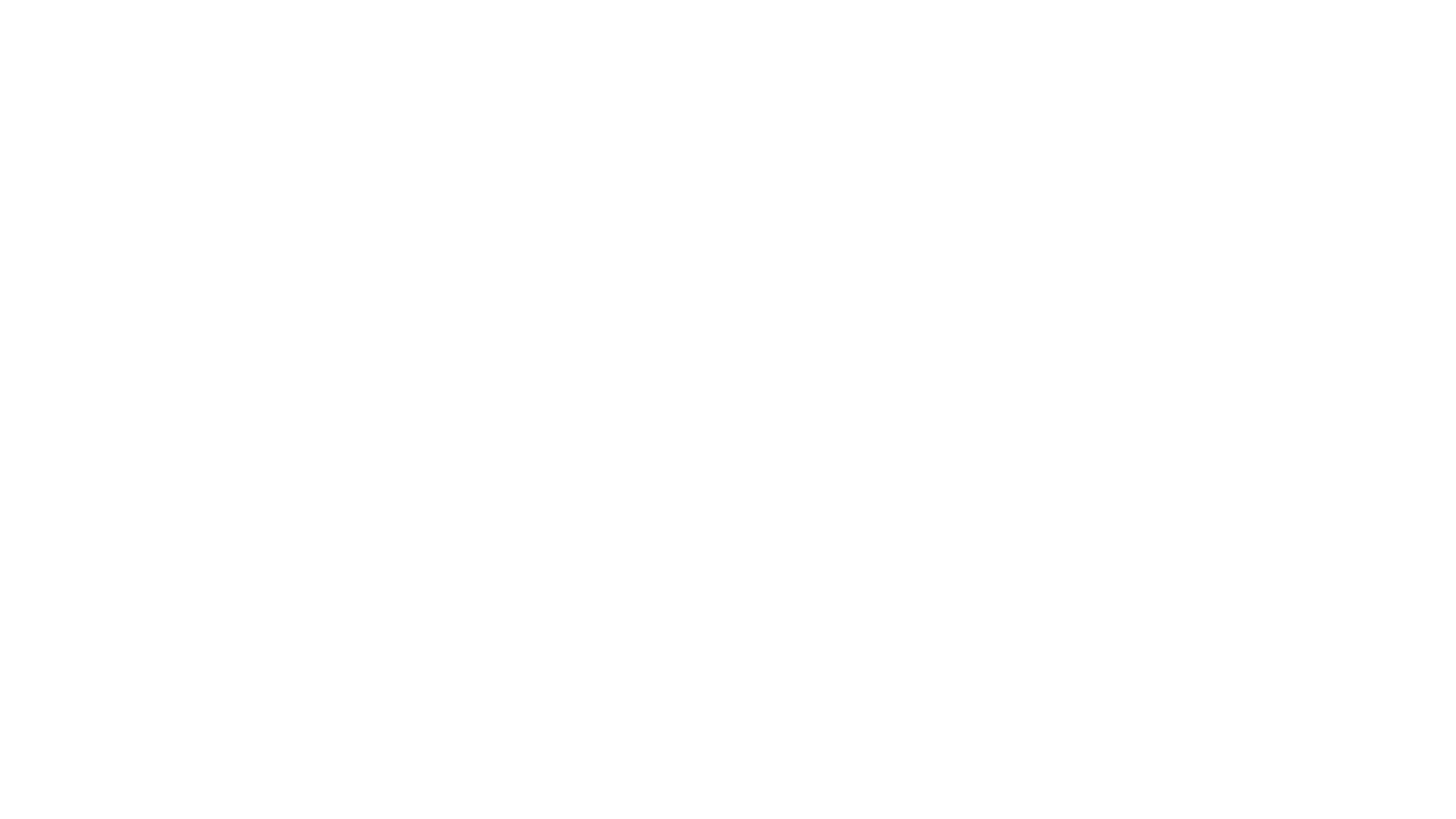 The width and height of the screenshot is (1456, 819). What do you see at coordinates (293, 553) in the screenshot?
I see `the theme toggle button to switch between light and dark themes` at bounding box center [293, 553].